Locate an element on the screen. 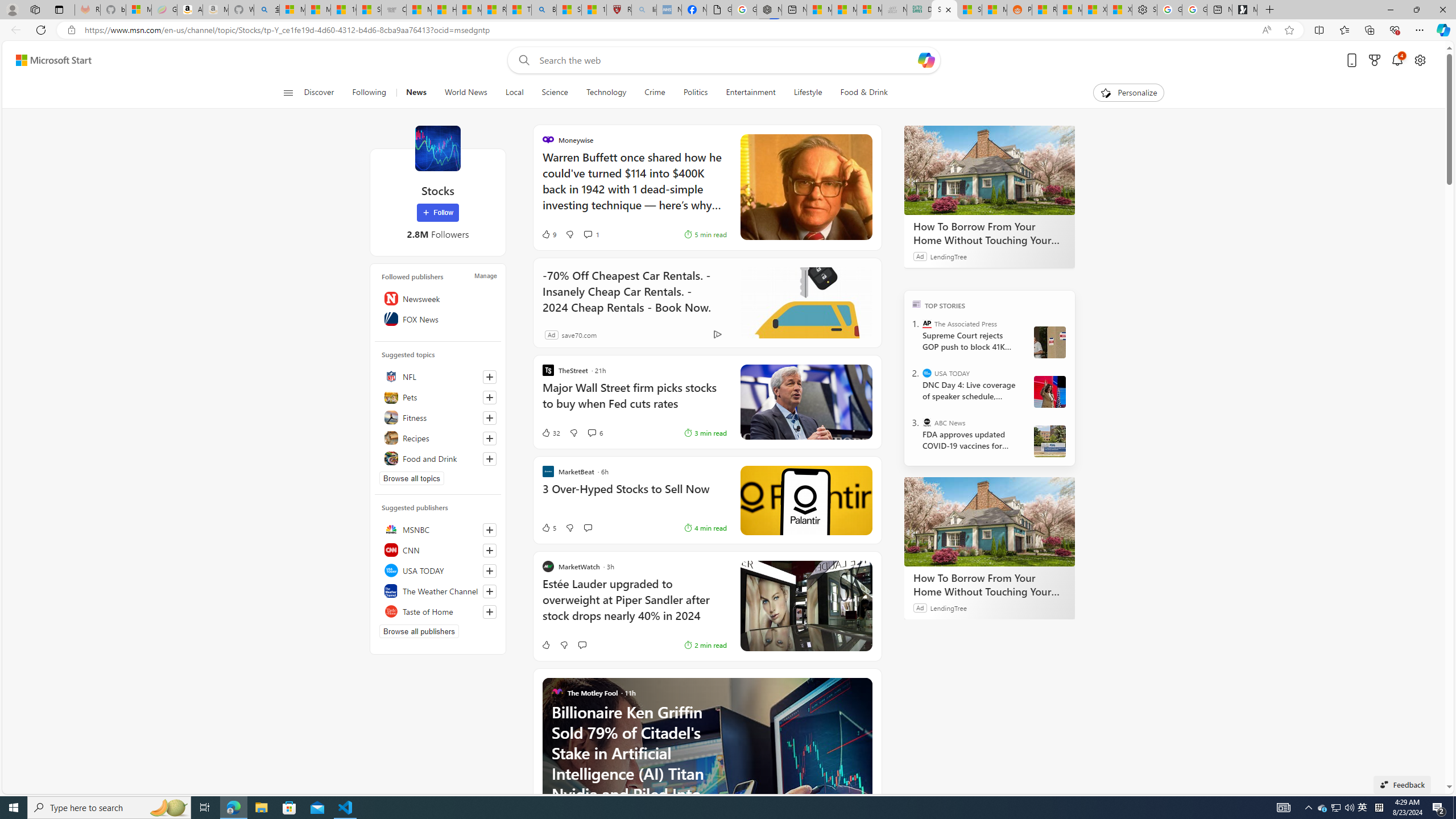 The image size is (1456, 819). 'To get missing image descriptions, open the context menu.' is located at coordinates (1106, 92).